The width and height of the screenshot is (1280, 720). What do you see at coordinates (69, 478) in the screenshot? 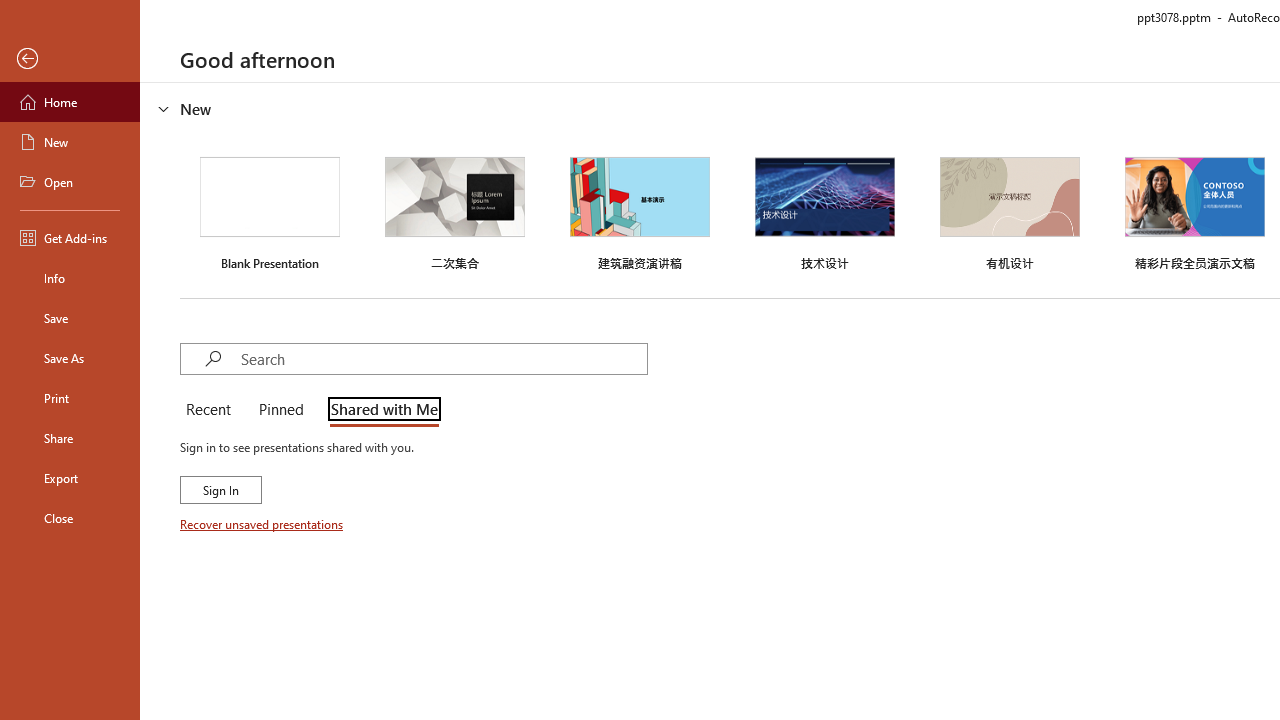
I see `'Export'` at bounding box center [69, 478].